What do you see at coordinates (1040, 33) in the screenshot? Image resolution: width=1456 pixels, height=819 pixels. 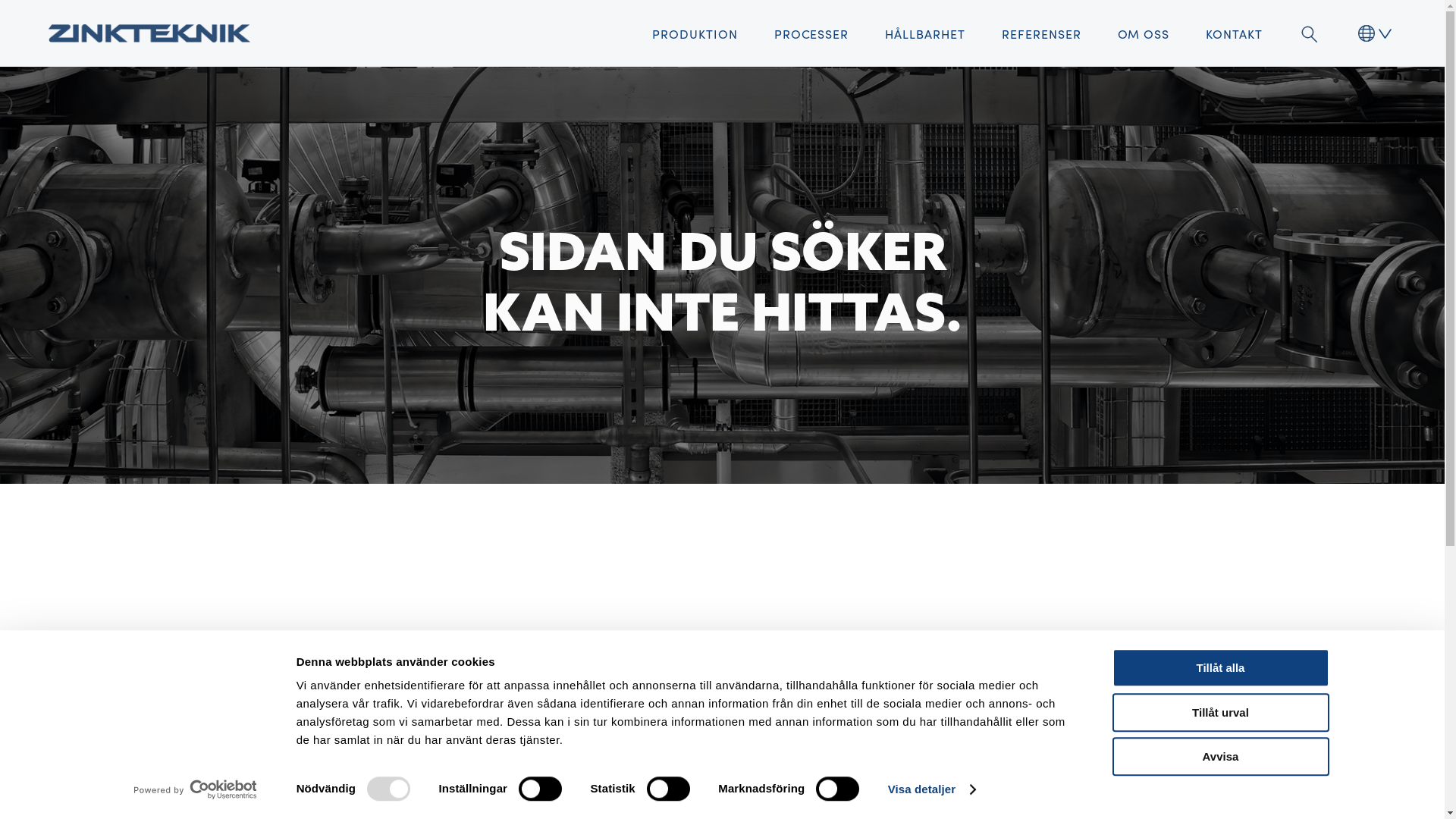 I see `'REFERENSER'` at bounding box center [1040, 33].